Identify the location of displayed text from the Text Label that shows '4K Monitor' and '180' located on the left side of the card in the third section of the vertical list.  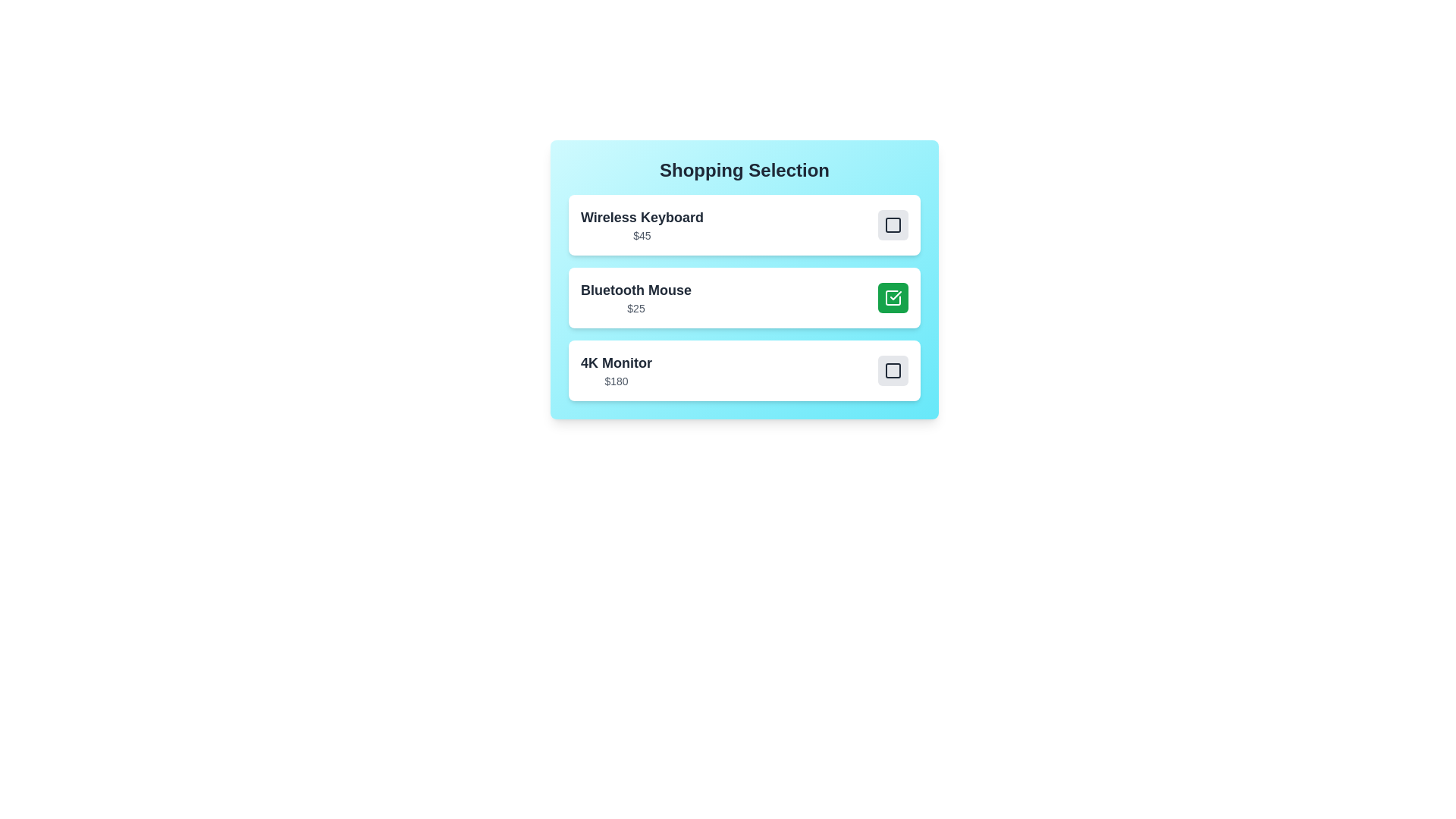
(616, 371).